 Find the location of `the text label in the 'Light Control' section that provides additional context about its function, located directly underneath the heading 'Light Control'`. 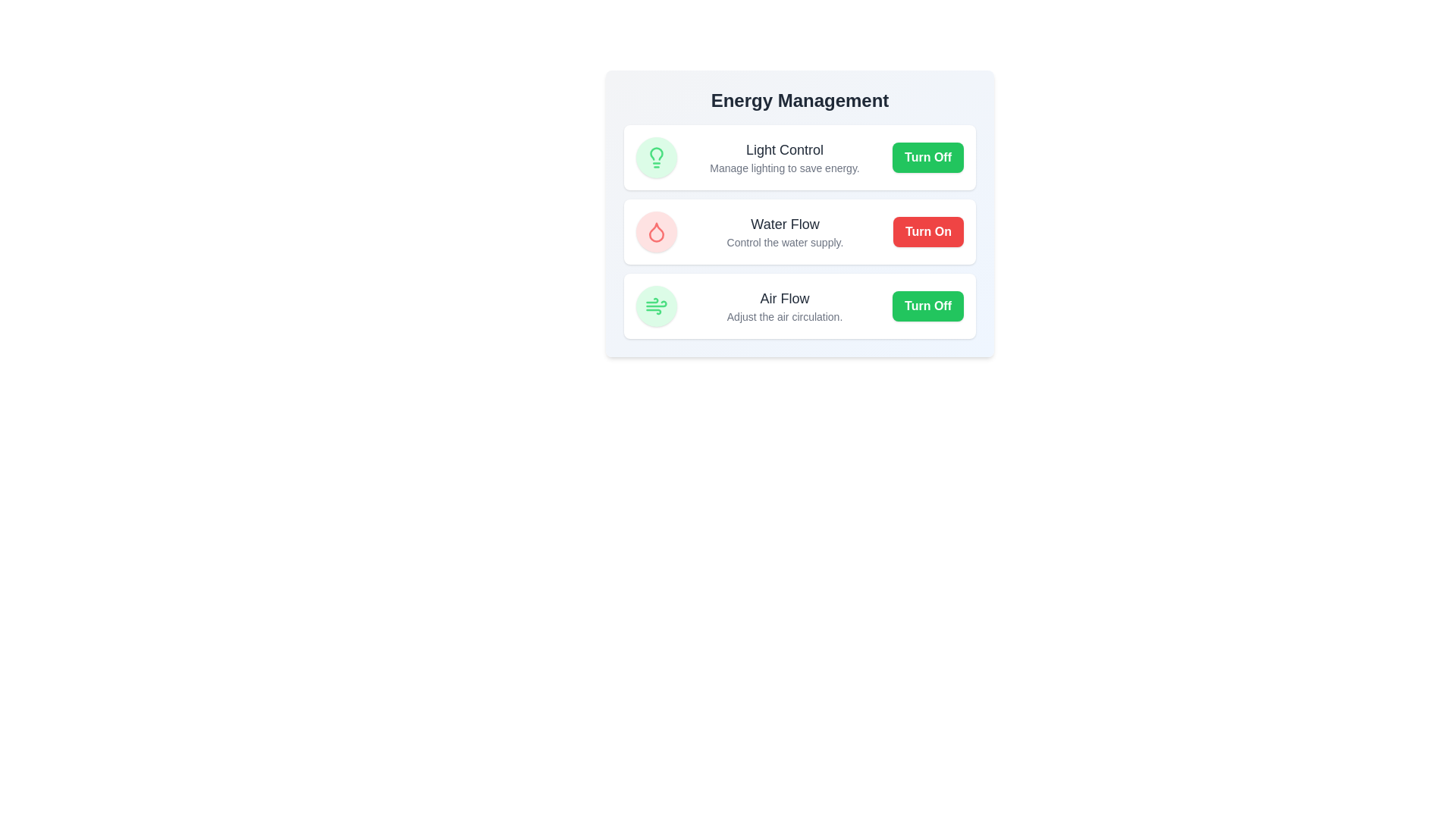

the text label in the 'Light Control' section that provides additional context about its function, located directly underneath the heading 'Light Control' is located at coordinates (785, 168).